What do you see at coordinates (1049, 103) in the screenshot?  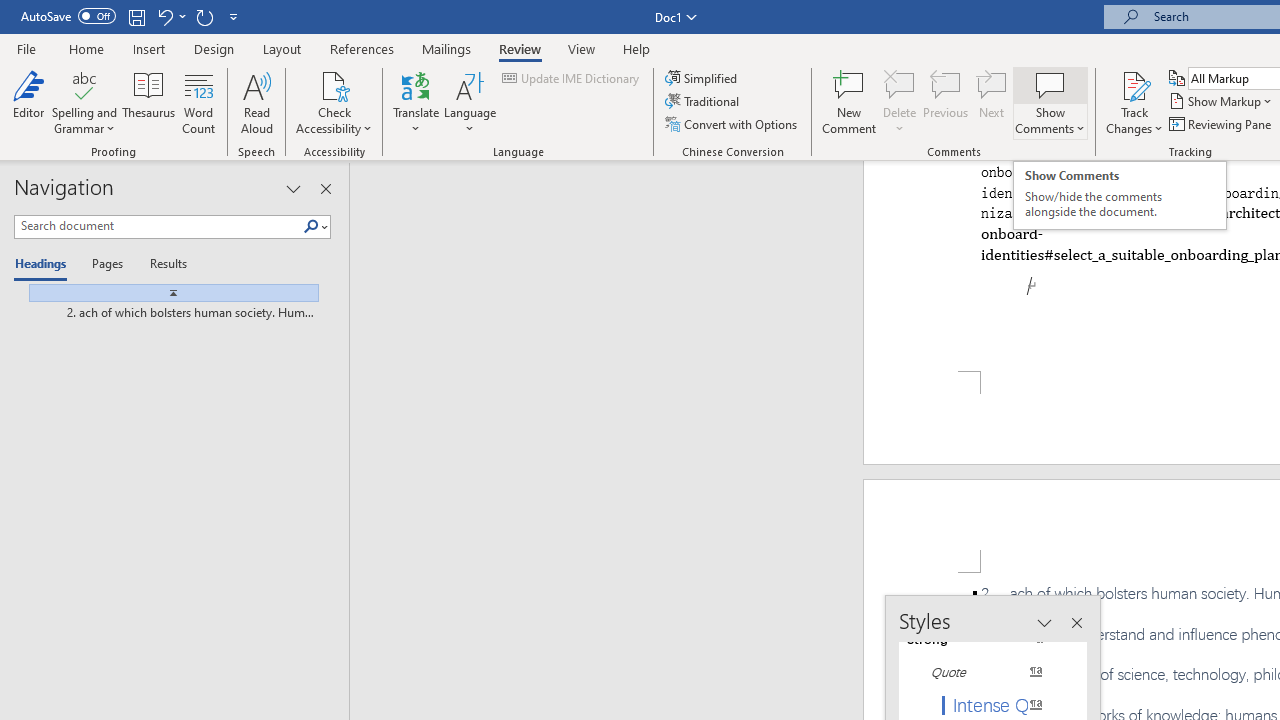 I see `'Show Comments'` at bounding box center [1049, 103].